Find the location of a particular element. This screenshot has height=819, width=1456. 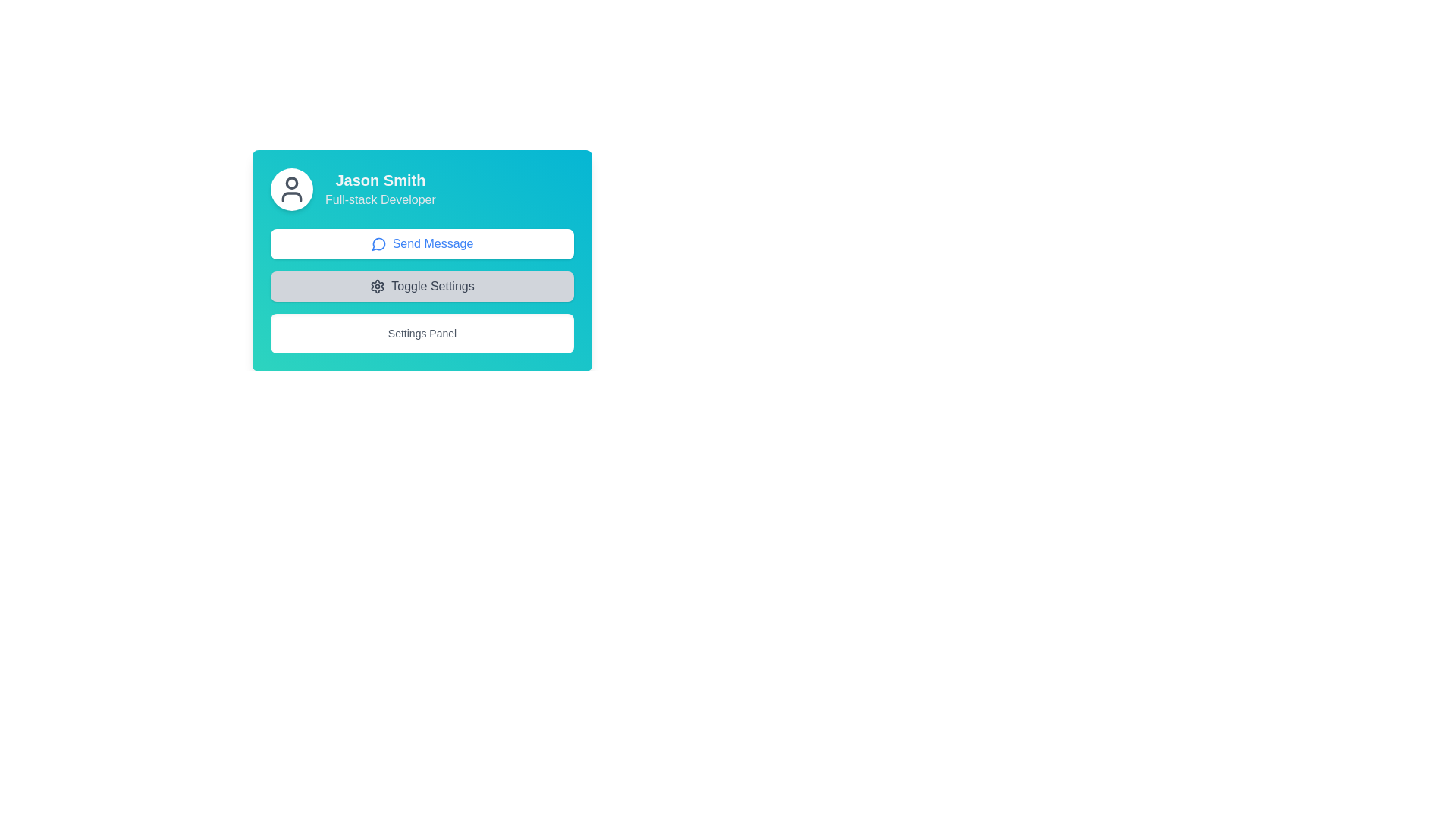

the text label displaying 'Jason Smith' in bold, extra-large font on an aquamarine background, located at the top-left corner of the profile card interface is located at coordinates (380, 180).